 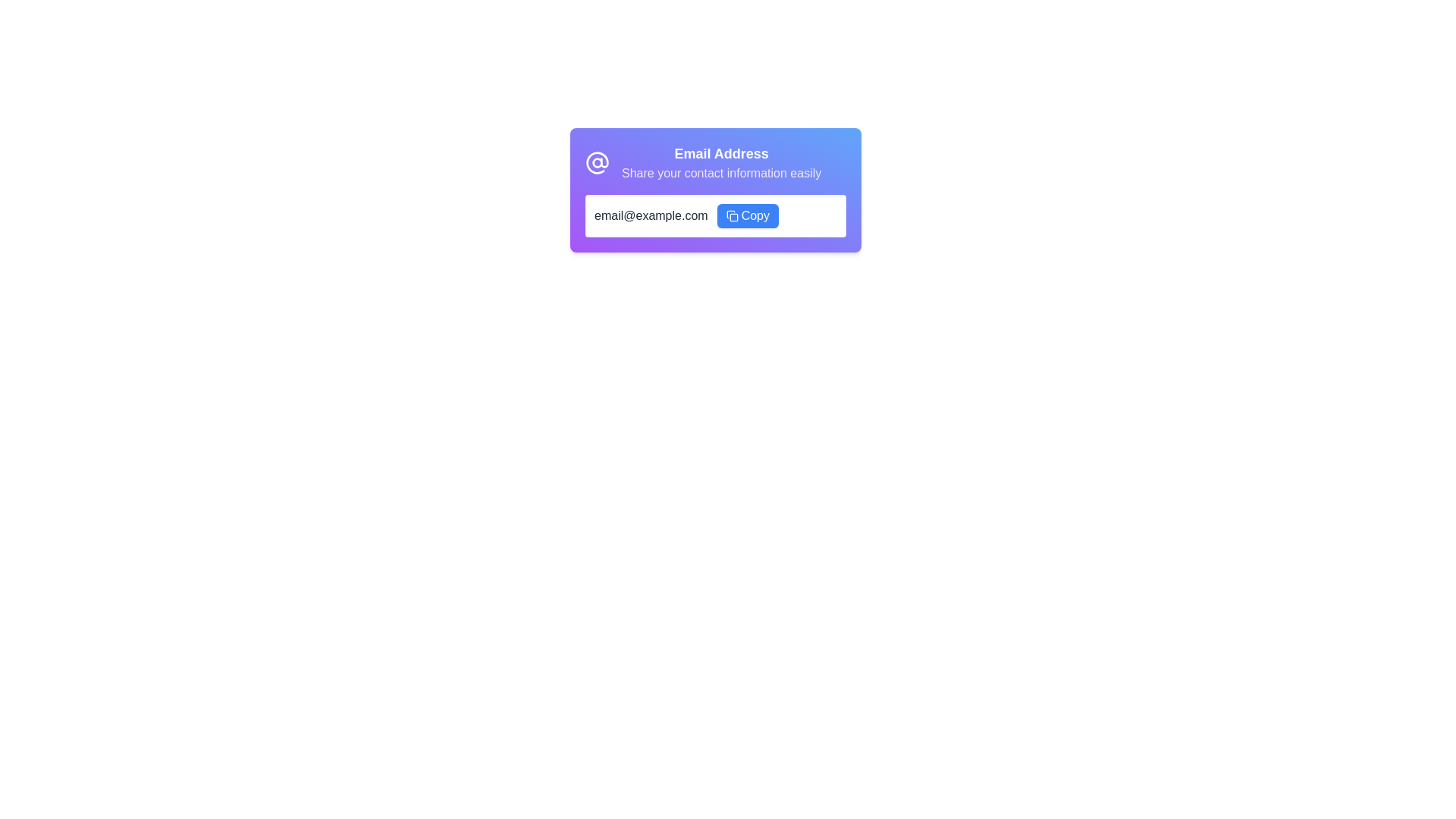 I want to click on the button located to the right of the email address 'email@example.com', so click(x=748, y=216).